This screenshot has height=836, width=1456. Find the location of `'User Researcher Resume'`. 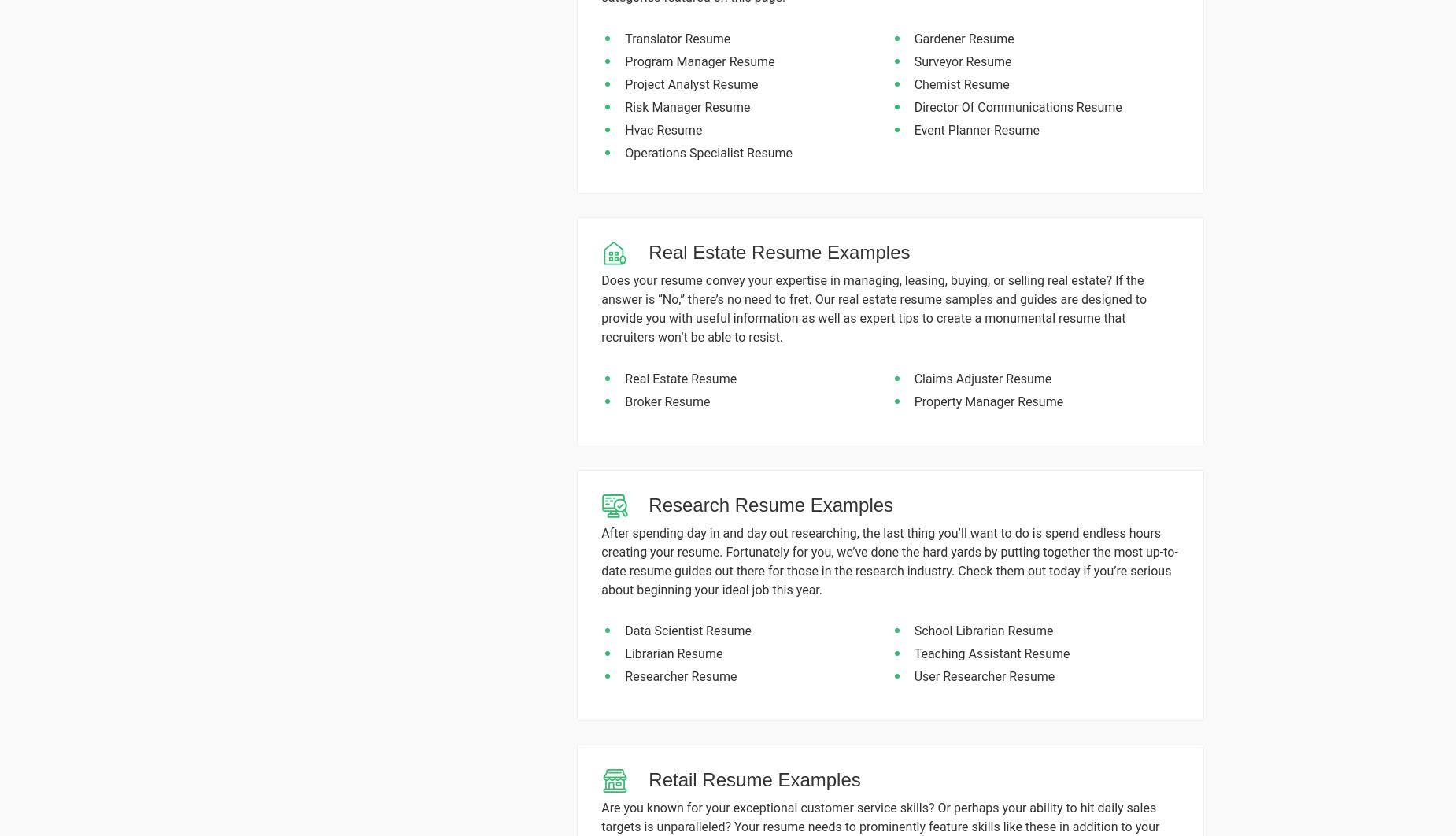

'User Researcher Resume' is located at coordinates (983, 675).